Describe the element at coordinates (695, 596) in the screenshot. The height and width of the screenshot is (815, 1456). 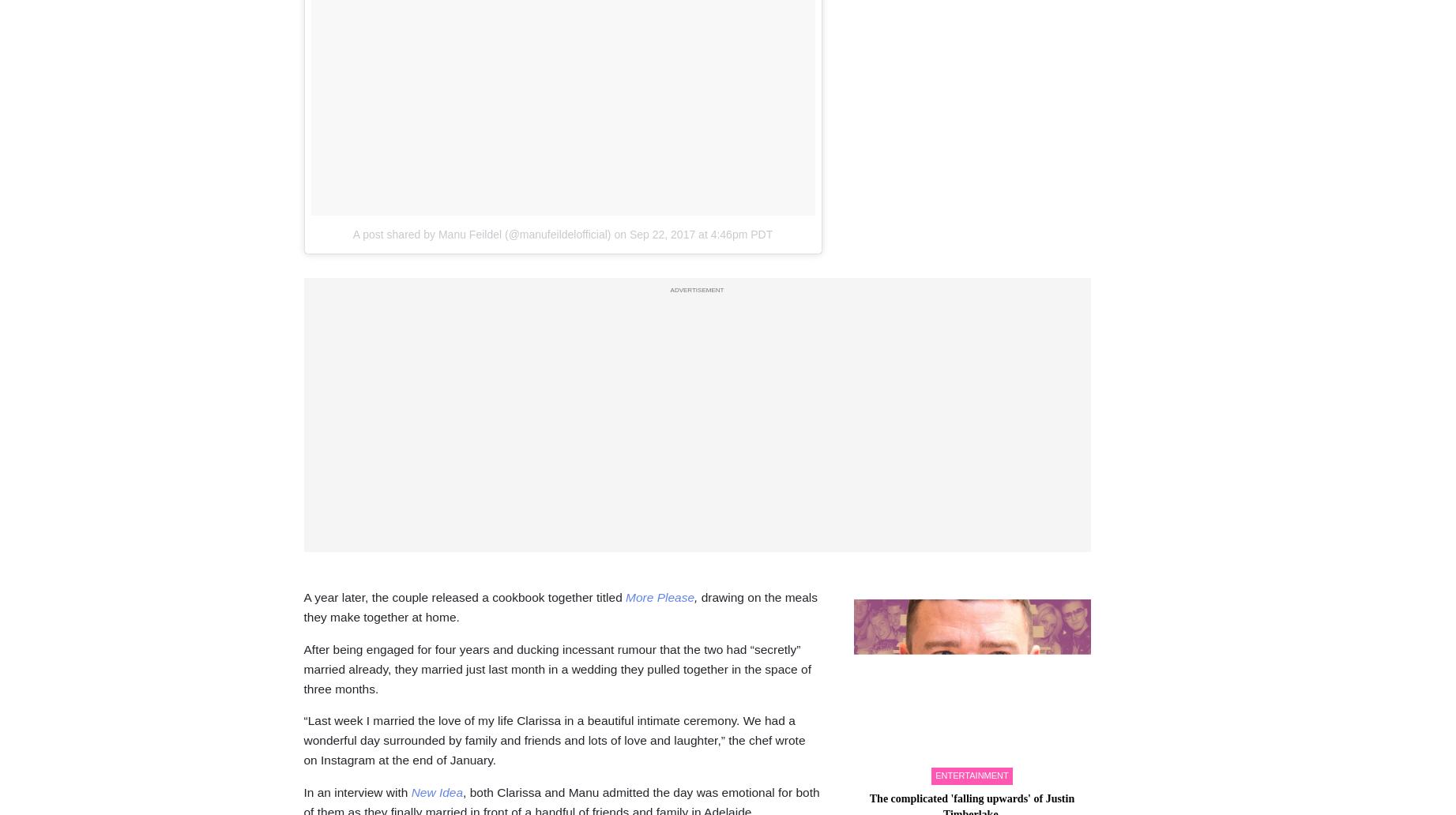
I see `','` at that location.